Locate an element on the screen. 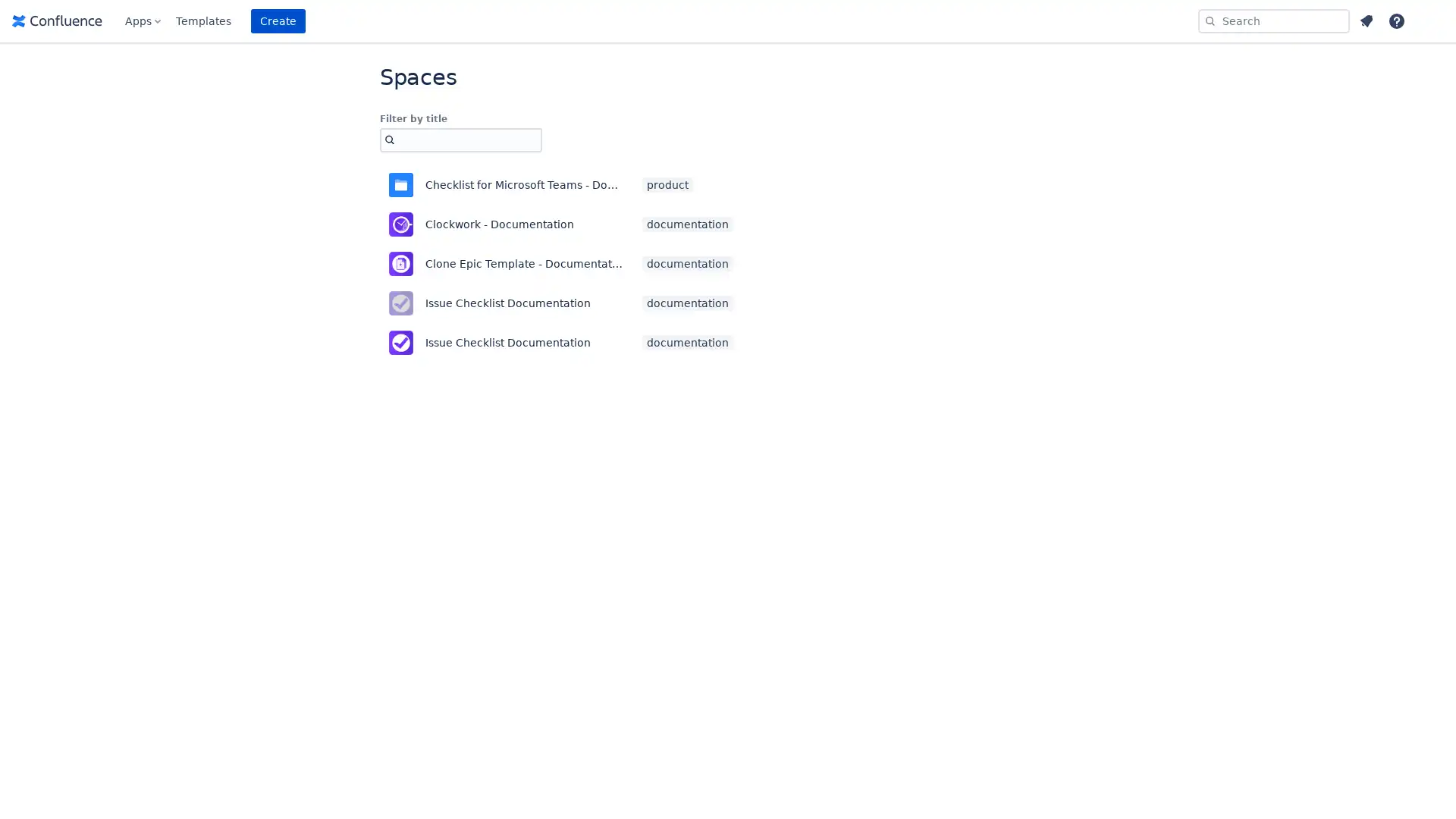 This screenshot has height=819, width=1456. documentation is located at coordinates (687, 224).